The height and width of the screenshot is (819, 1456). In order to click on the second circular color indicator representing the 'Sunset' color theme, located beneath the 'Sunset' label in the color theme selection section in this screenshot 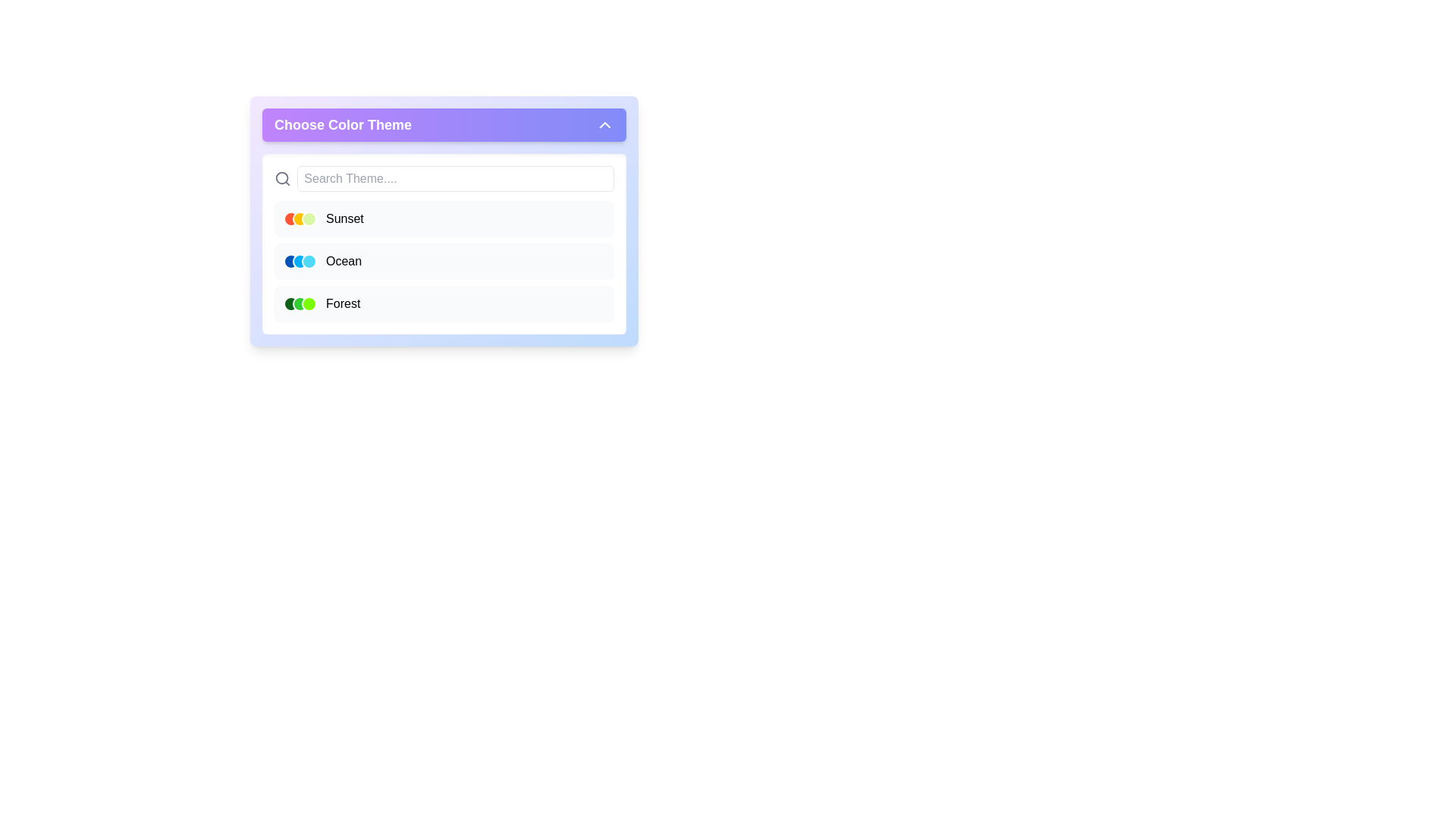, I will do `click(300, 219)`.